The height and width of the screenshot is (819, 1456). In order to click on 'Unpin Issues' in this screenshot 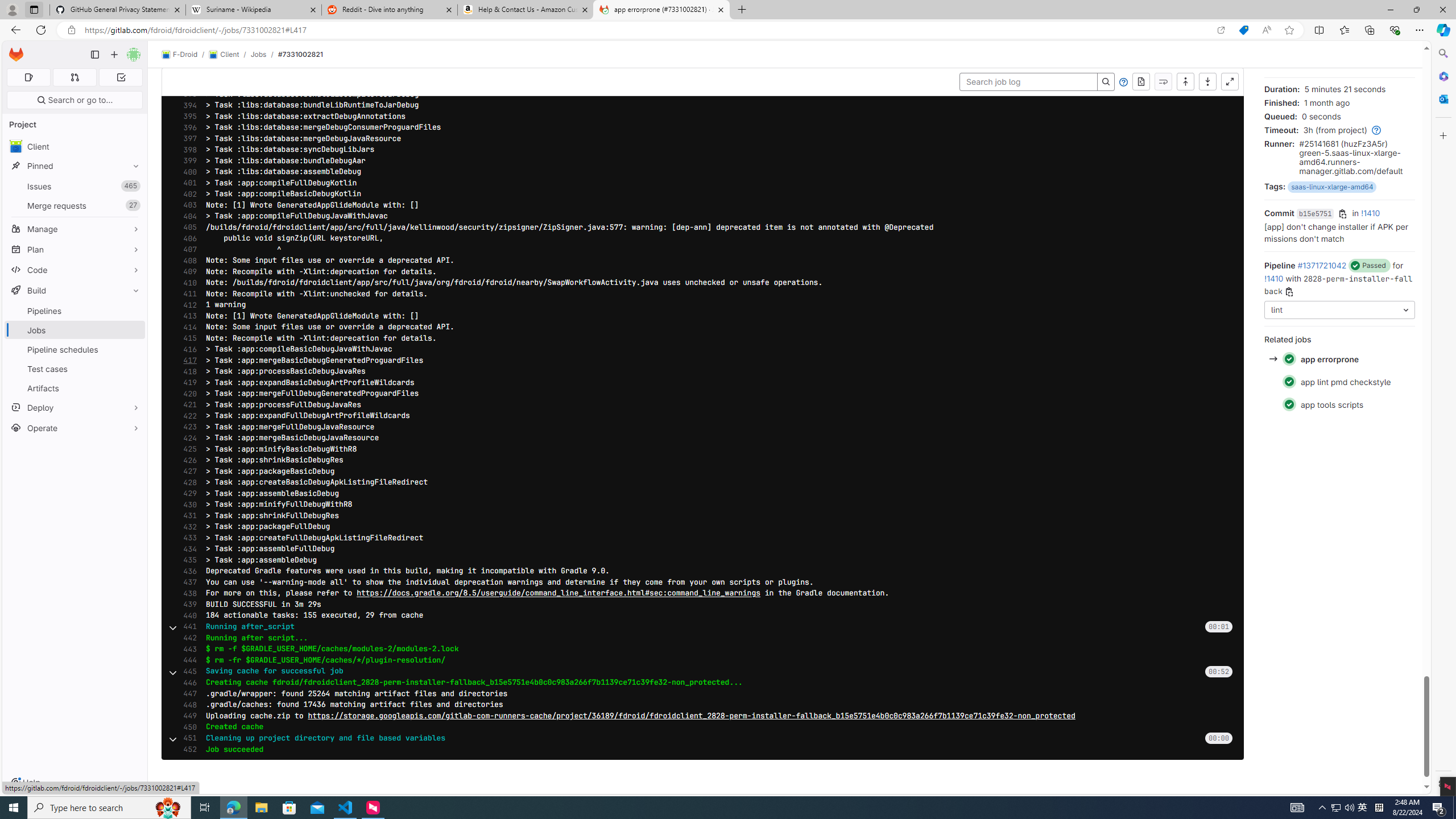, I will do `click(133, 185)`.